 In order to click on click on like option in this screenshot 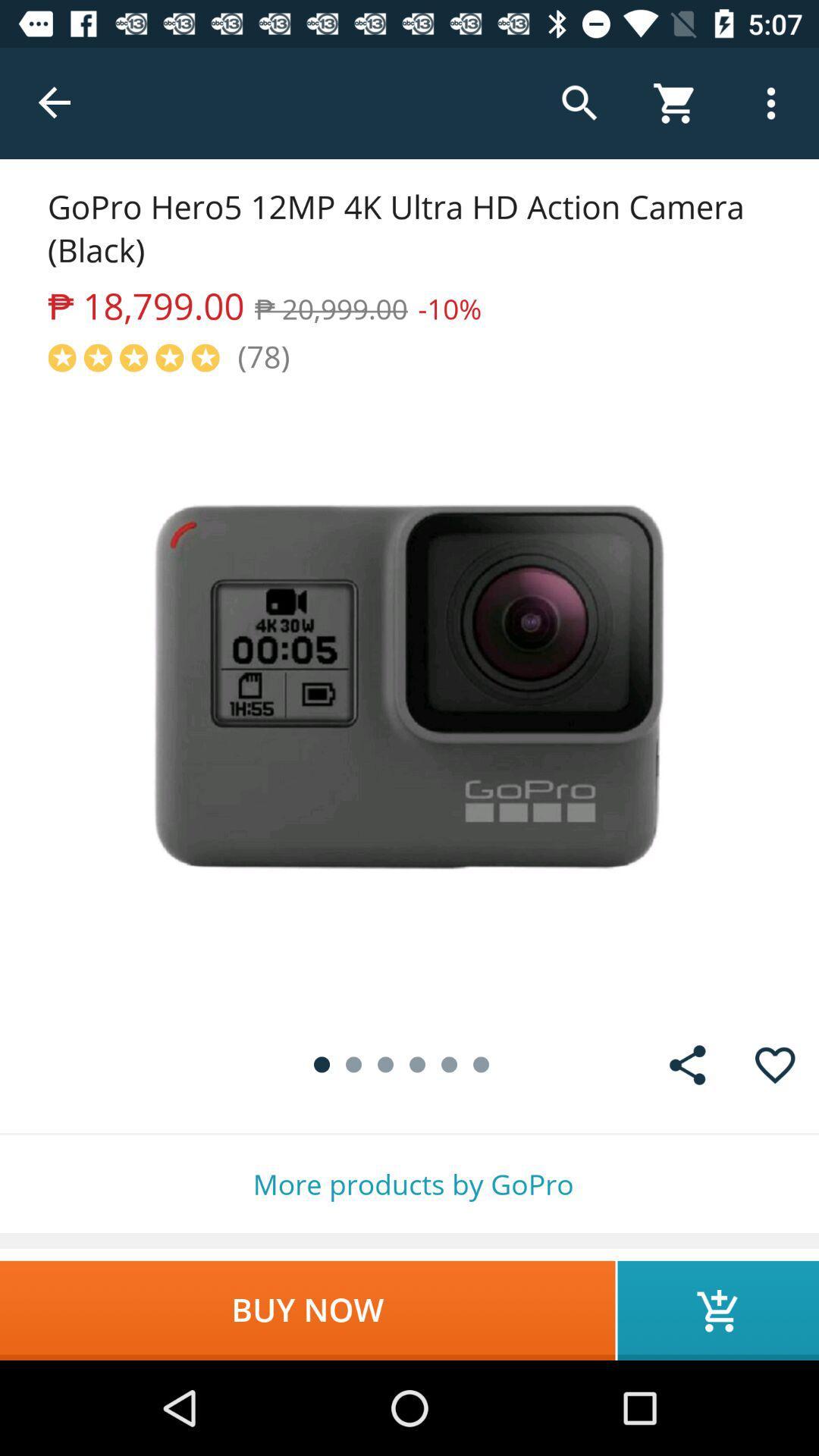, I will do `click(775, 1064)`.